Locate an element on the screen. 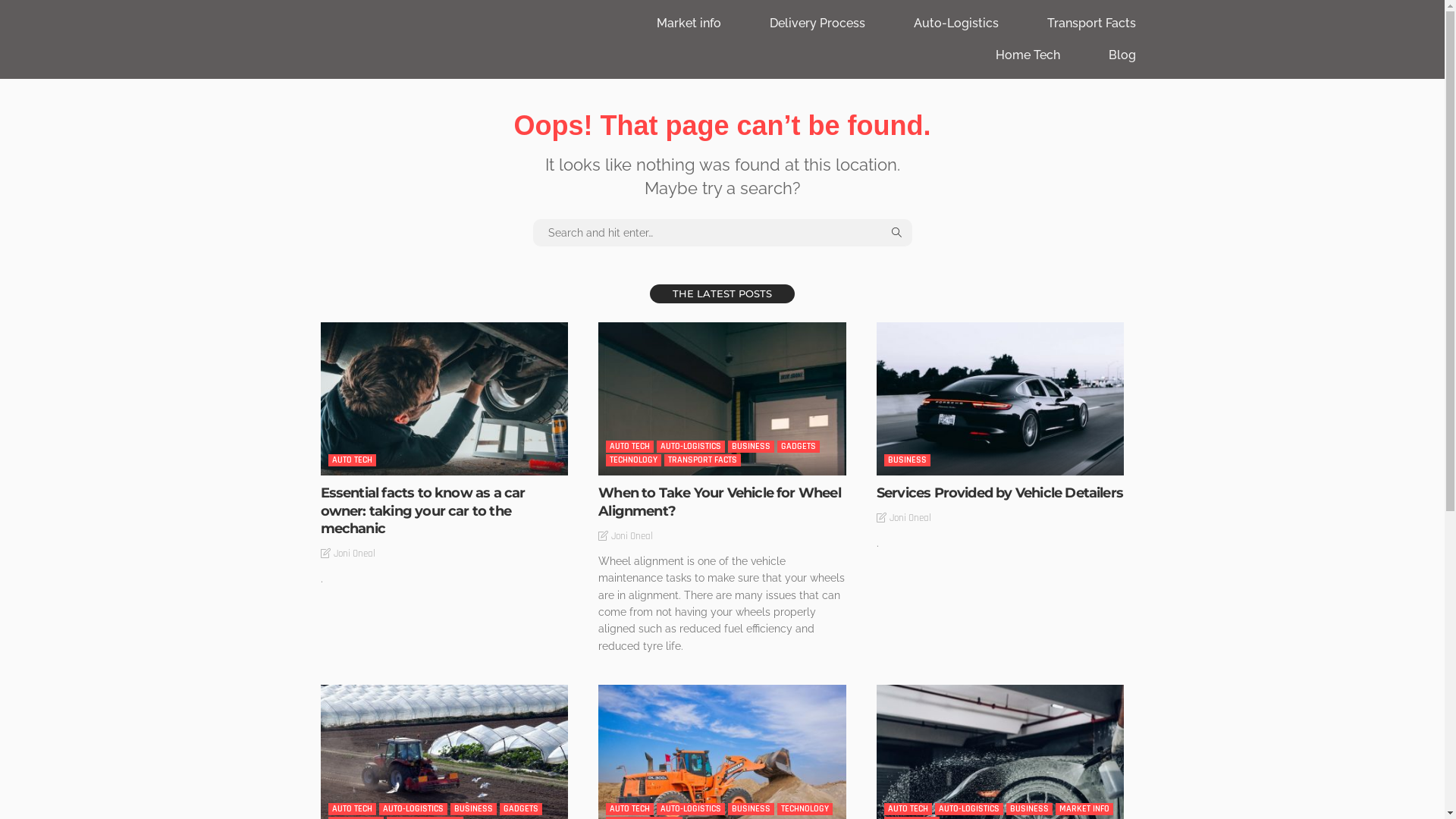  'search for:' is located at coordinates (720, 233).